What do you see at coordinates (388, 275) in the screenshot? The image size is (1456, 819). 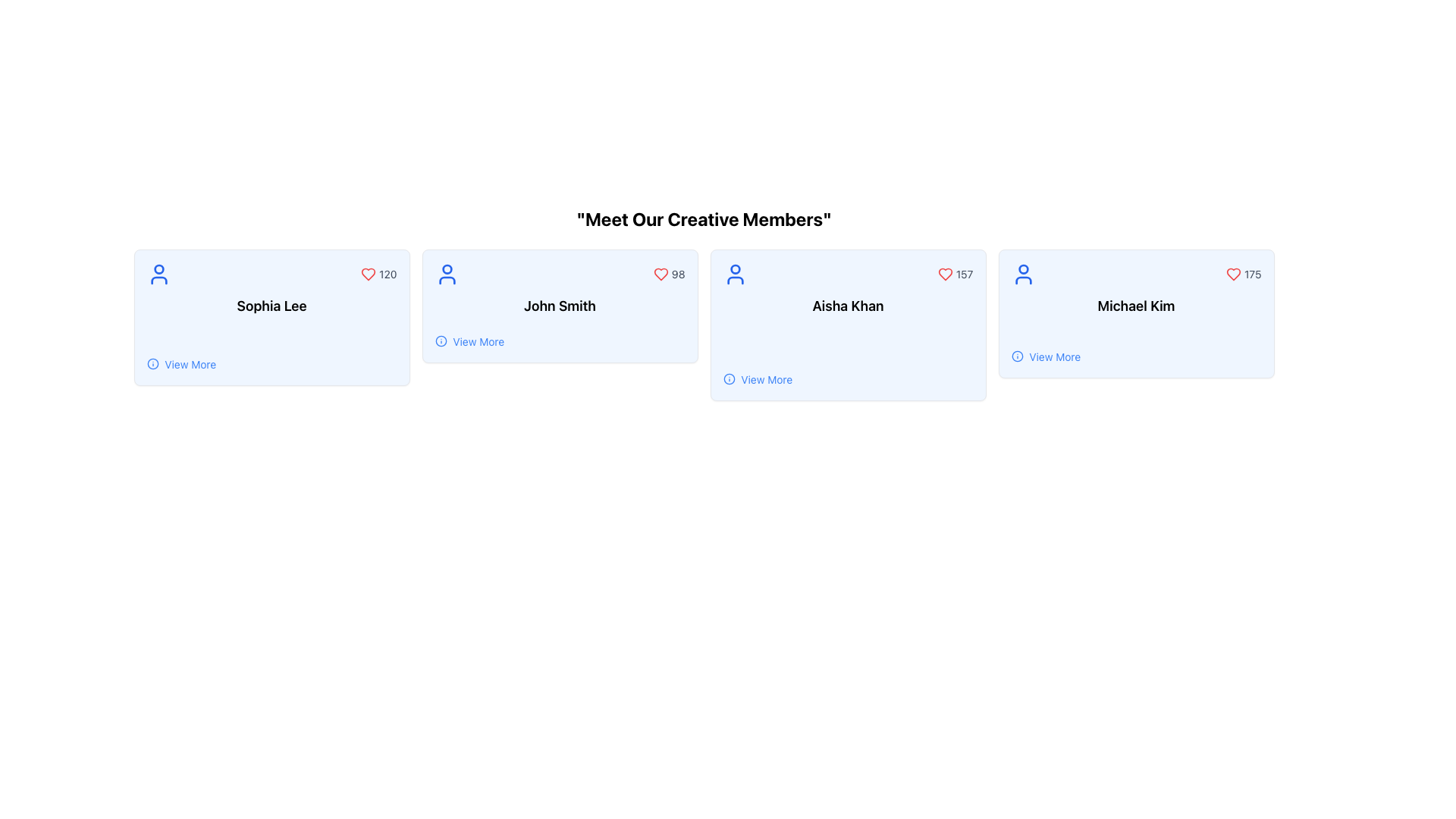 I see `text component displaying the number '120' located to the right of the red heart icon in the top right corner of the card labeled 'Sophia Lee.'` at bounding box center [388, 275].